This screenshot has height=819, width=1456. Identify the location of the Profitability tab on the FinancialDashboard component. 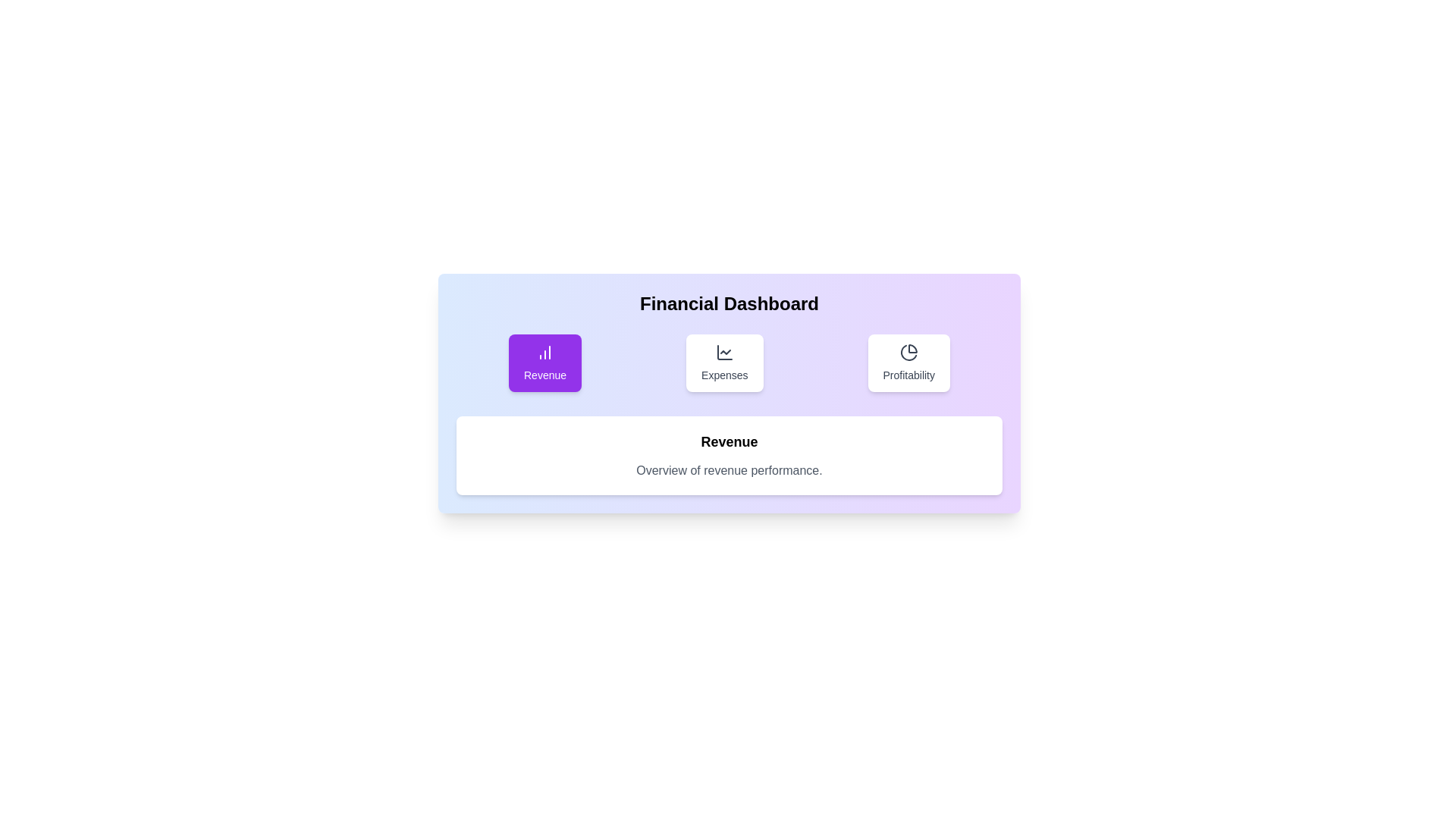
(909, 362).